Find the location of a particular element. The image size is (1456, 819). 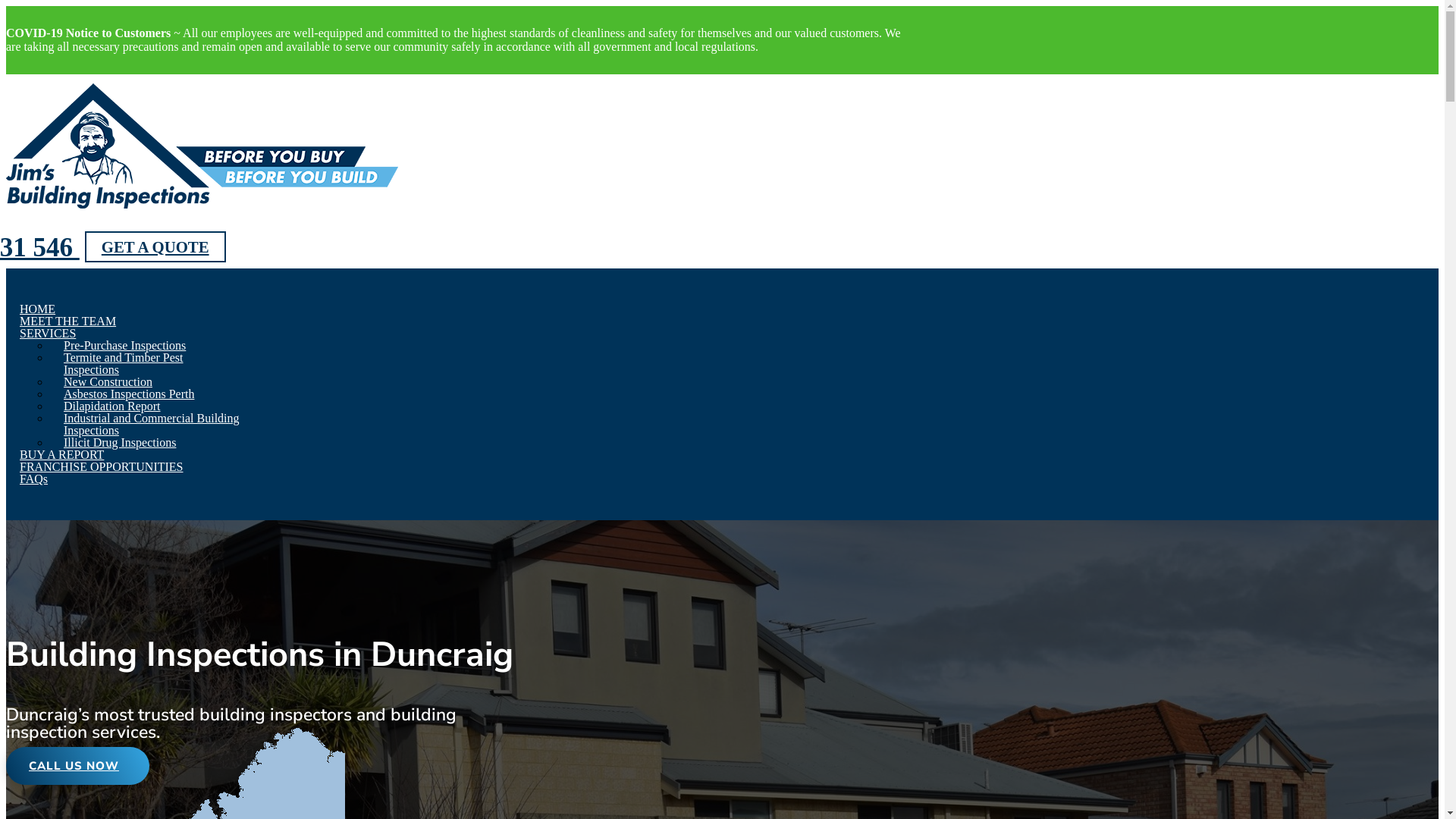

'BUY A REPORT' is located at coordinates (61, 453).